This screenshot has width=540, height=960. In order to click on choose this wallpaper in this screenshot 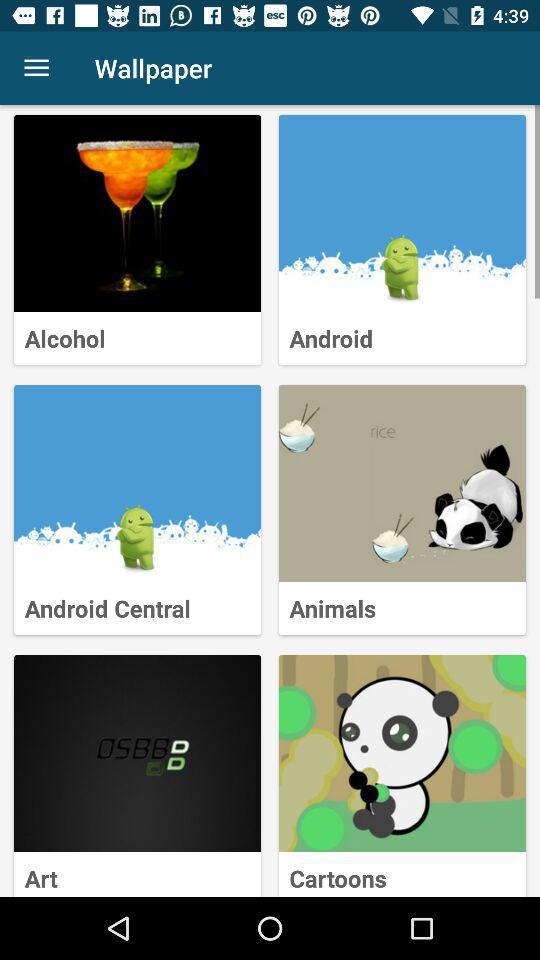, I will do `click(136, 482)`.